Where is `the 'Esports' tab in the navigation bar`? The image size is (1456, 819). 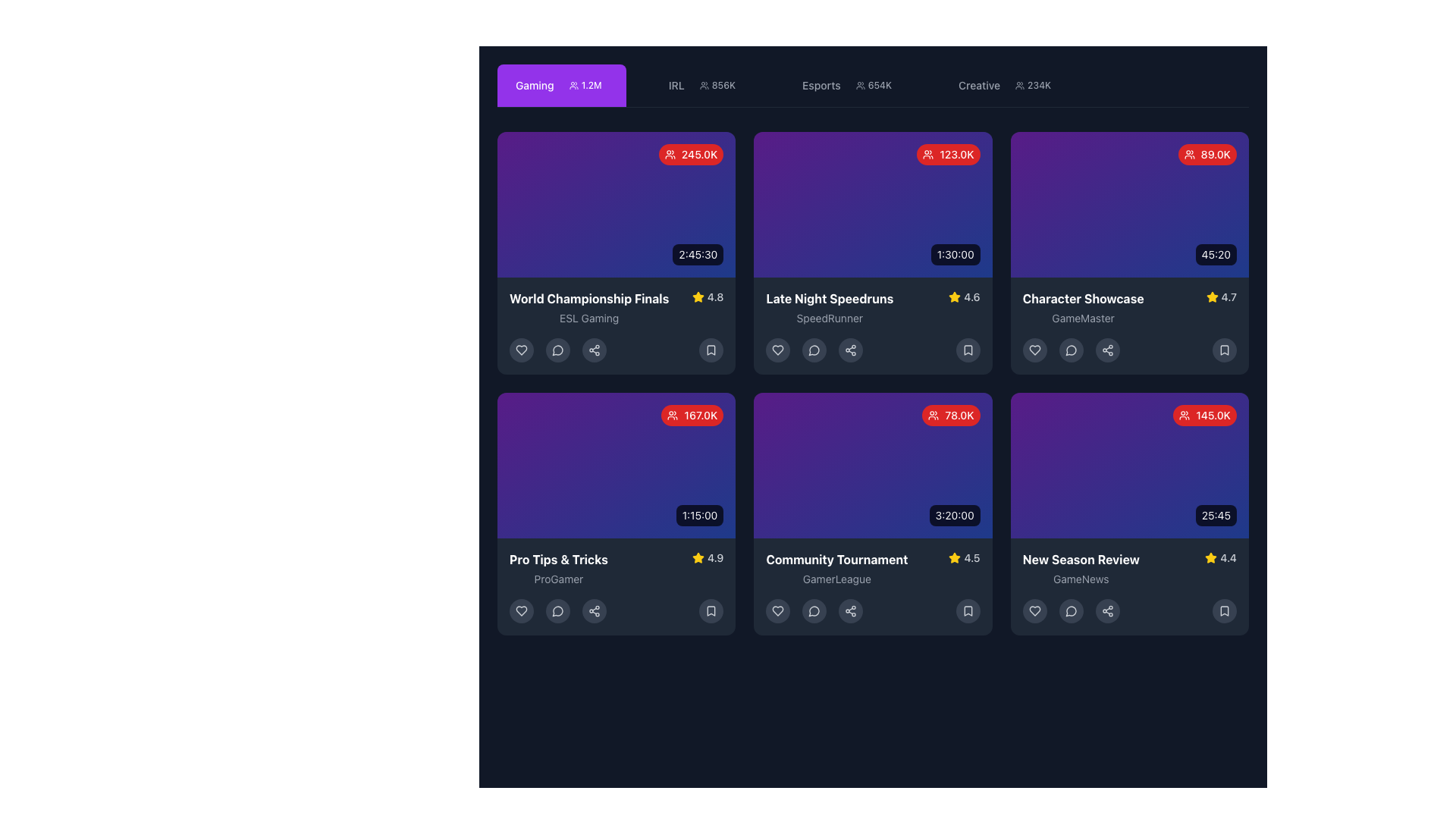
the 'Esports' tab in the navigation bar is located at coordinates (873, 86).